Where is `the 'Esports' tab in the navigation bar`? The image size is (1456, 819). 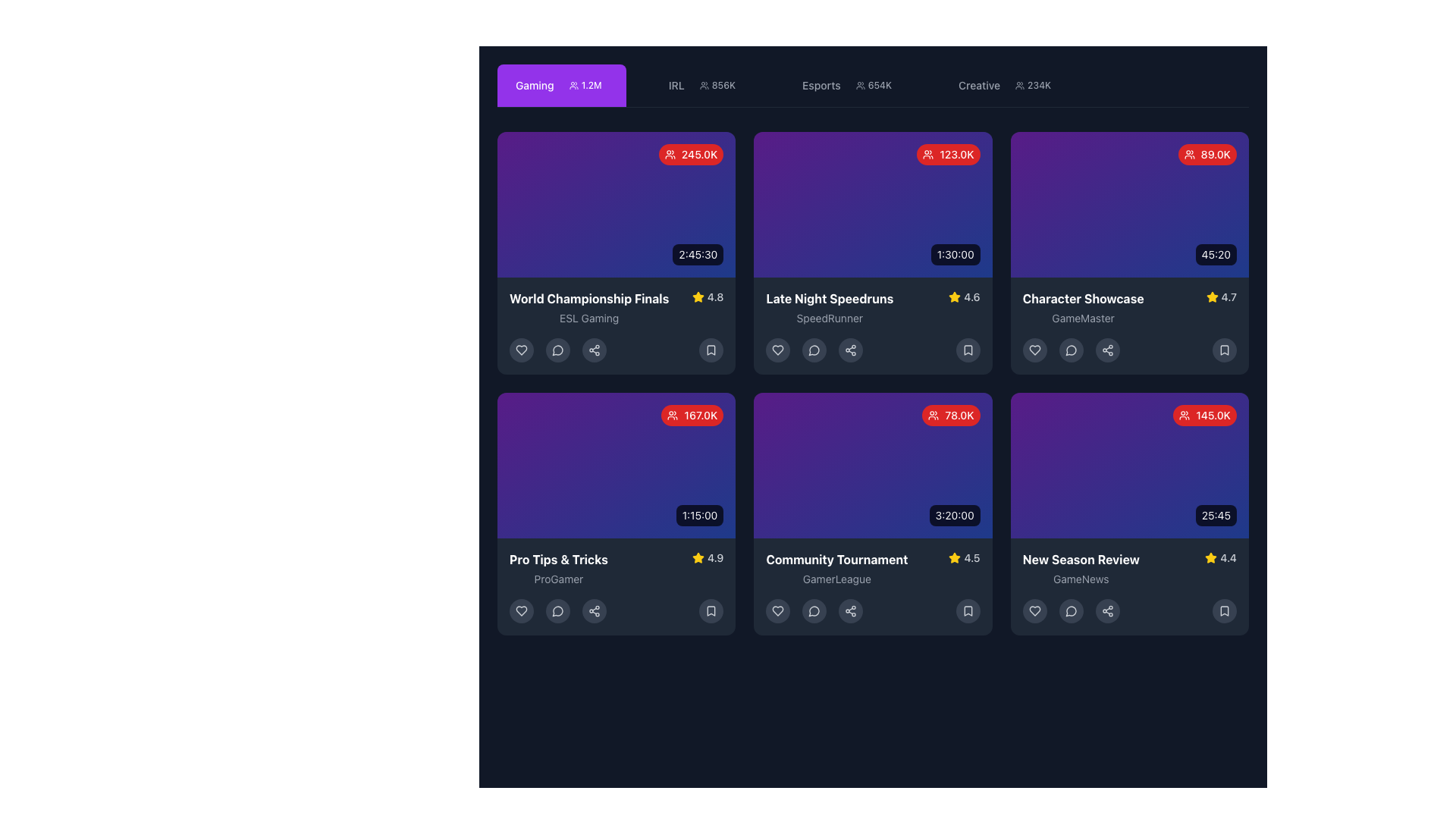
the 'Esports' tab in the navigation bar is located at coordinates (873, 86).